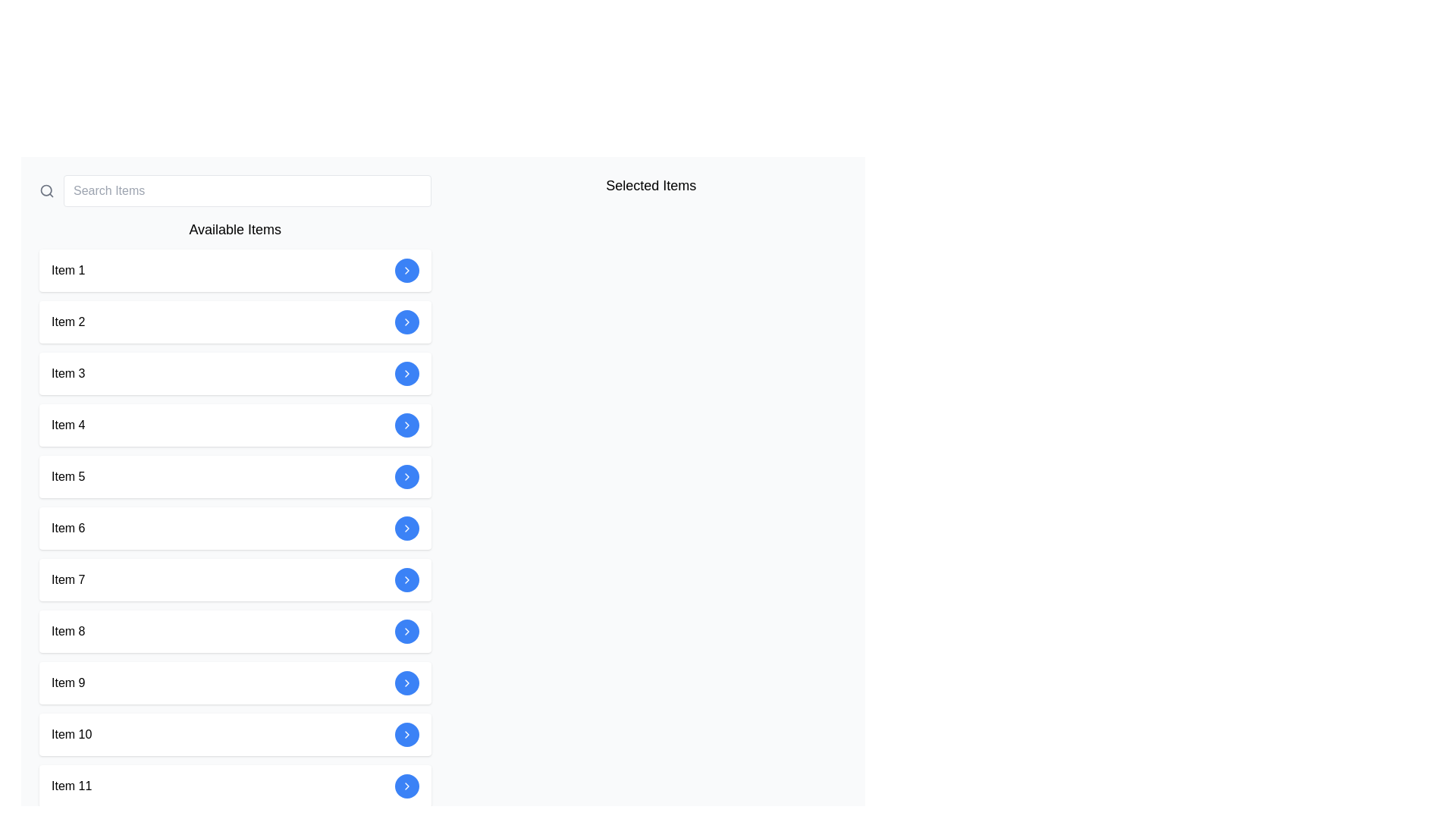 Image resolution: width=1456 pixels, height=819 pixels. I want to click on the text label displaying 'Item 11' located at the bottom of the 'Available Items' list in the left column, so click(71, 786).